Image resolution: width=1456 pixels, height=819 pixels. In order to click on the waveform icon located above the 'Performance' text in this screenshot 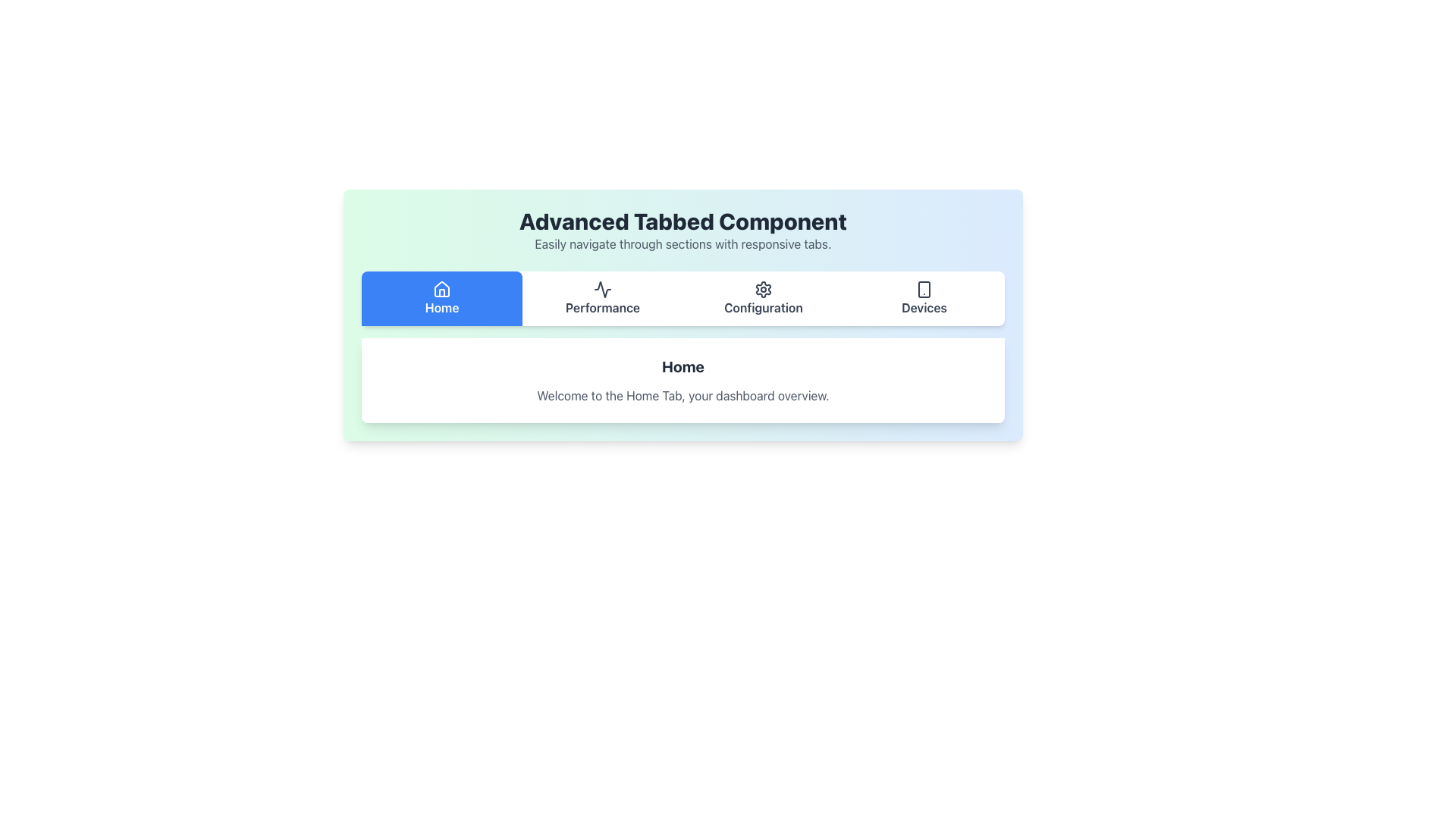, I will do `click(602, 289)`.